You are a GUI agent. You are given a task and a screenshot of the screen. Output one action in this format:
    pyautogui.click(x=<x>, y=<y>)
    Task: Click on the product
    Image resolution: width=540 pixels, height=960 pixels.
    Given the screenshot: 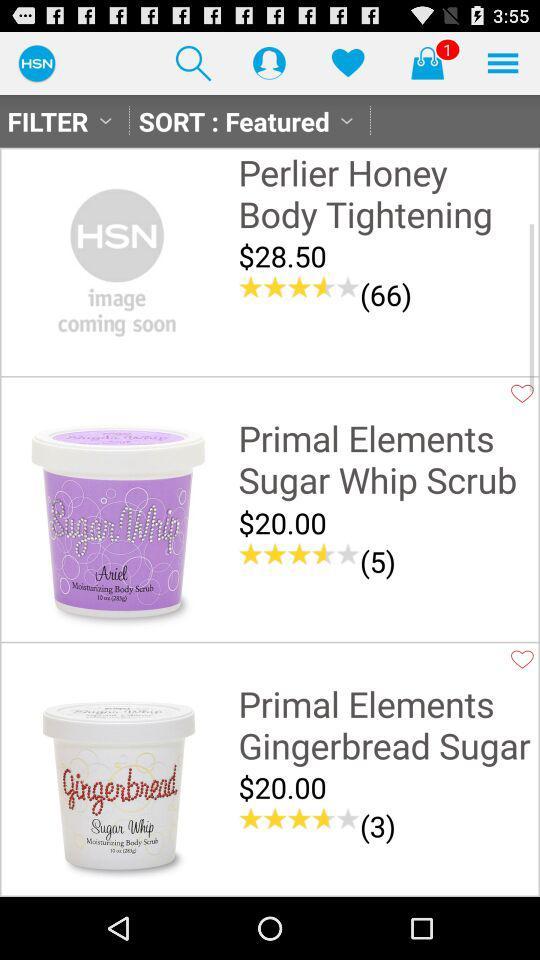 What is the action you would take?
    pyautogui.click(x=522, y=392)
    